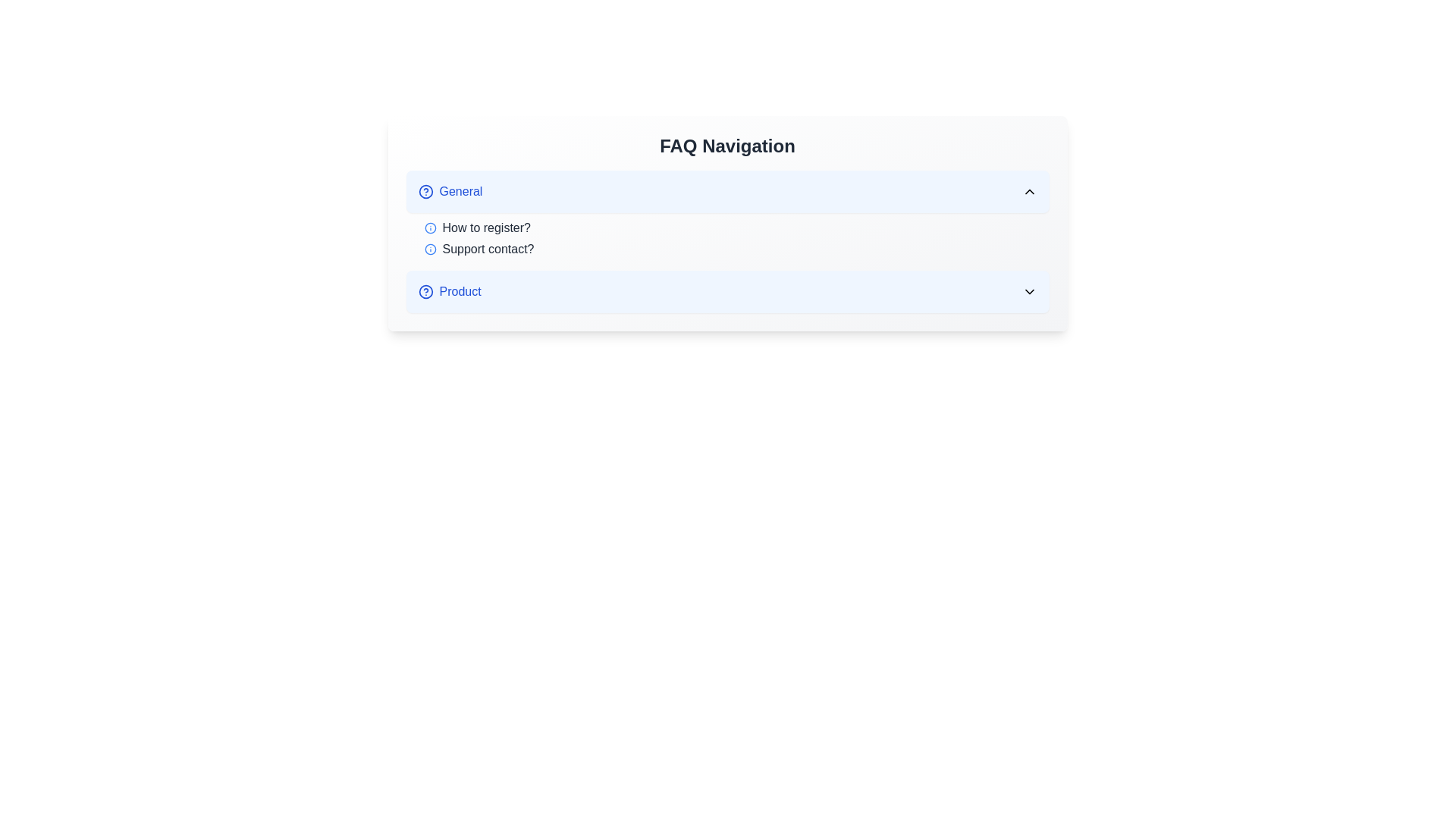 The width and height of the screenshot is (1456, 819). What do you see at coordinates (429, 227) in the screenshot?
I see `the icon located immediately to the left of the 'How to register?' text in the FAQ navigation menu under the 'General' section to provide additional context` at bounding box center [429, 227].